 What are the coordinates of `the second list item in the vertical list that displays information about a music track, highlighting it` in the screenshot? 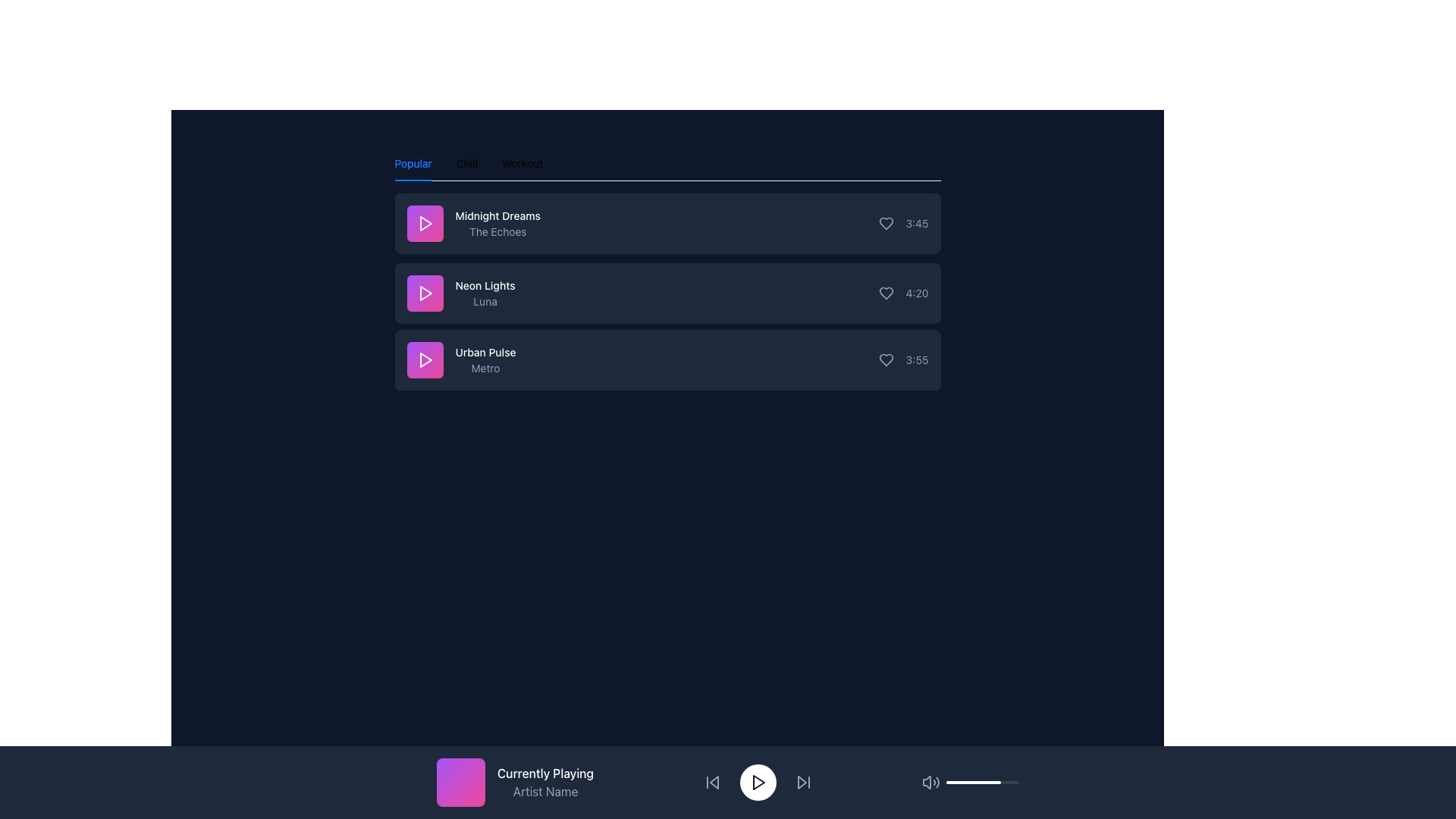 It's located at (460, 293).